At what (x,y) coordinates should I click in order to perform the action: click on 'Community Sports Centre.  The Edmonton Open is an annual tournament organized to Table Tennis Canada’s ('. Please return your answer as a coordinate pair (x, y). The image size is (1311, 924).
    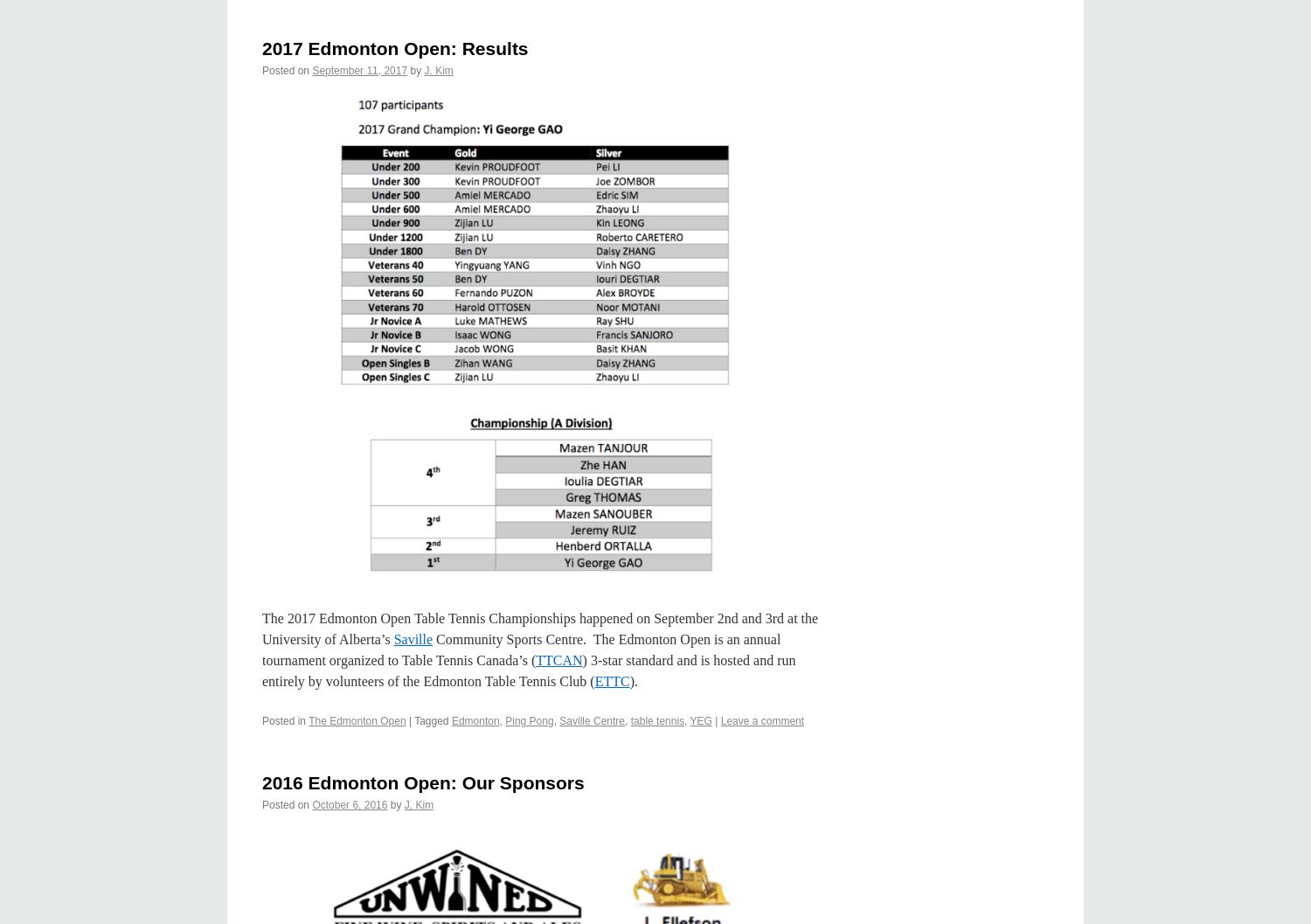
    Looking at the image, I should click on (520, 648).